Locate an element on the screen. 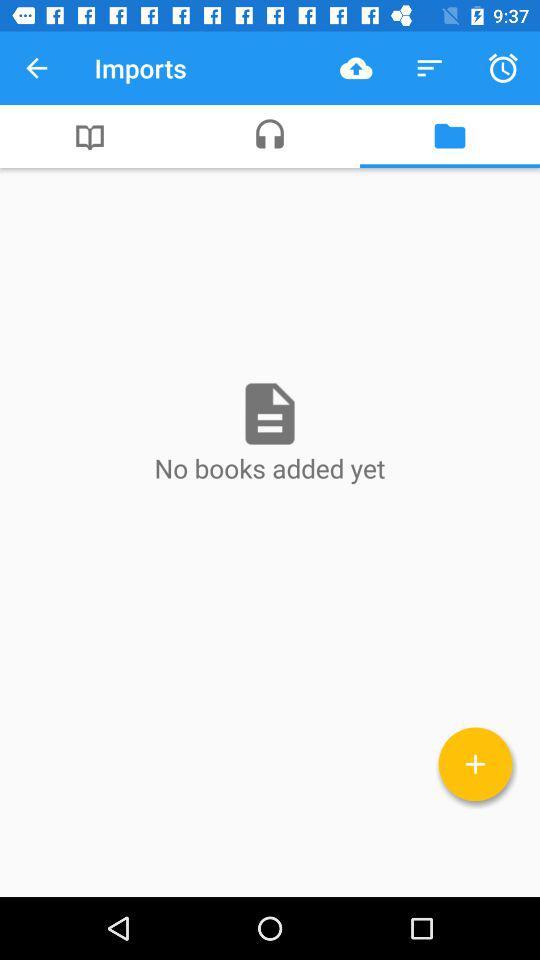 Image resolution: width=540 pixels, height=960 pixels. new book is located at coordinates (474, 763).